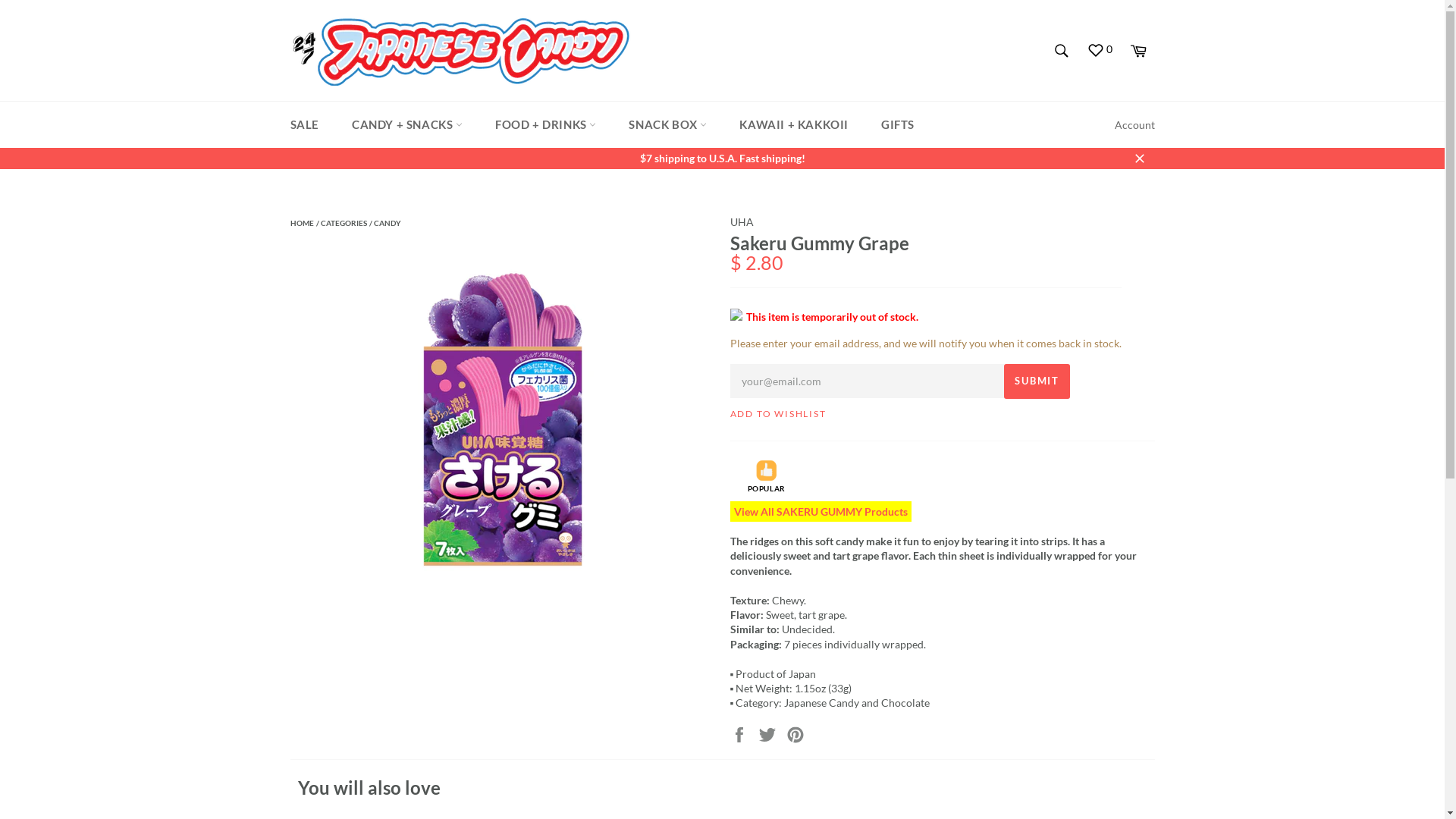 The height and width of the screenshot is (819, 1456). What do you see at coordinates (1061, 49) in the screenshot?
I see `'Search'` at bounding box center [1061, 49].